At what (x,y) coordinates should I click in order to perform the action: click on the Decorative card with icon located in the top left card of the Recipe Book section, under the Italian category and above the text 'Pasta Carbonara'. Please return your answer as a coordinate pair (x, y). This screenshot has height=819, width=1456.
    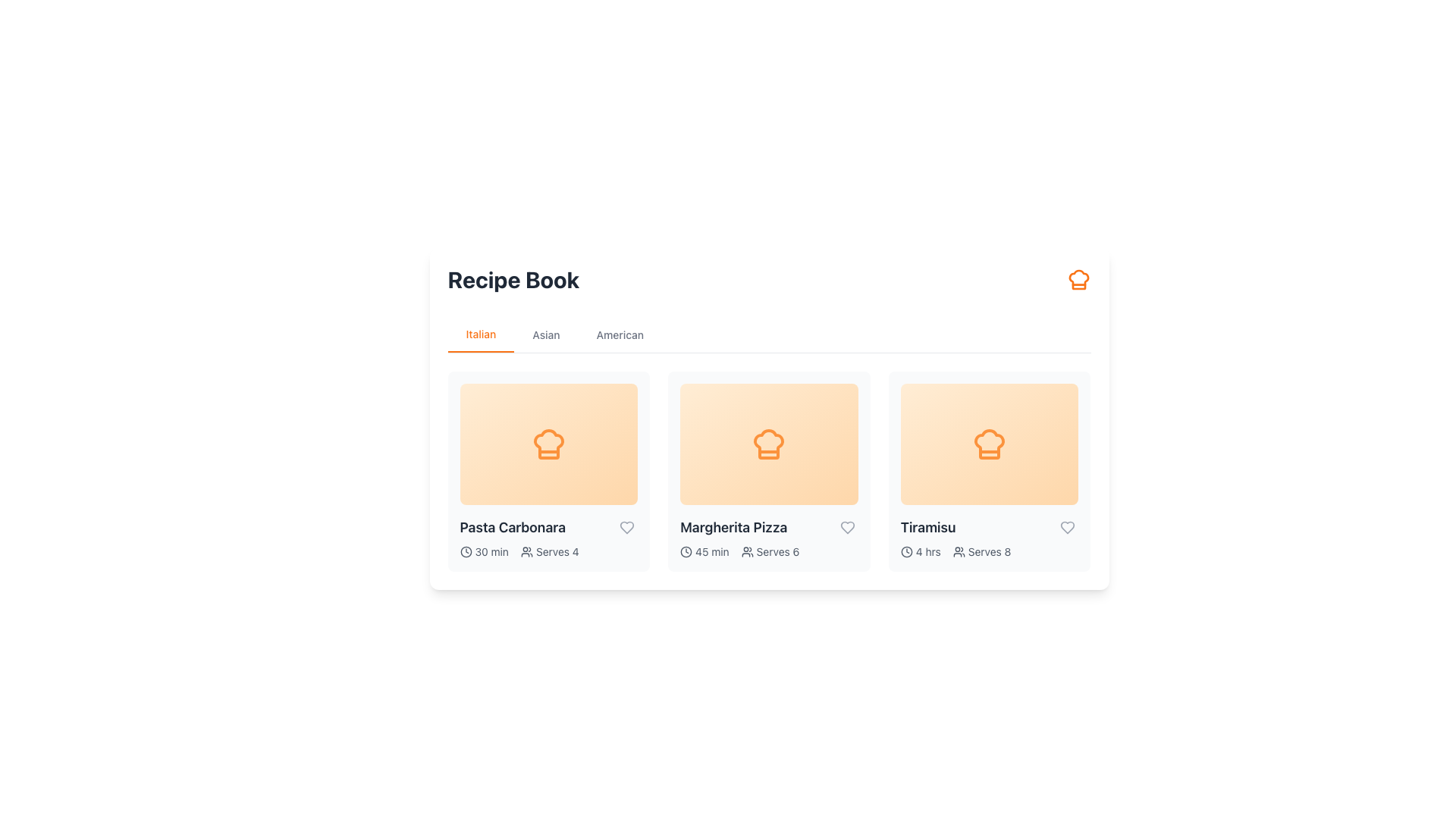
    Looking at the image, I should click on (548, 444).